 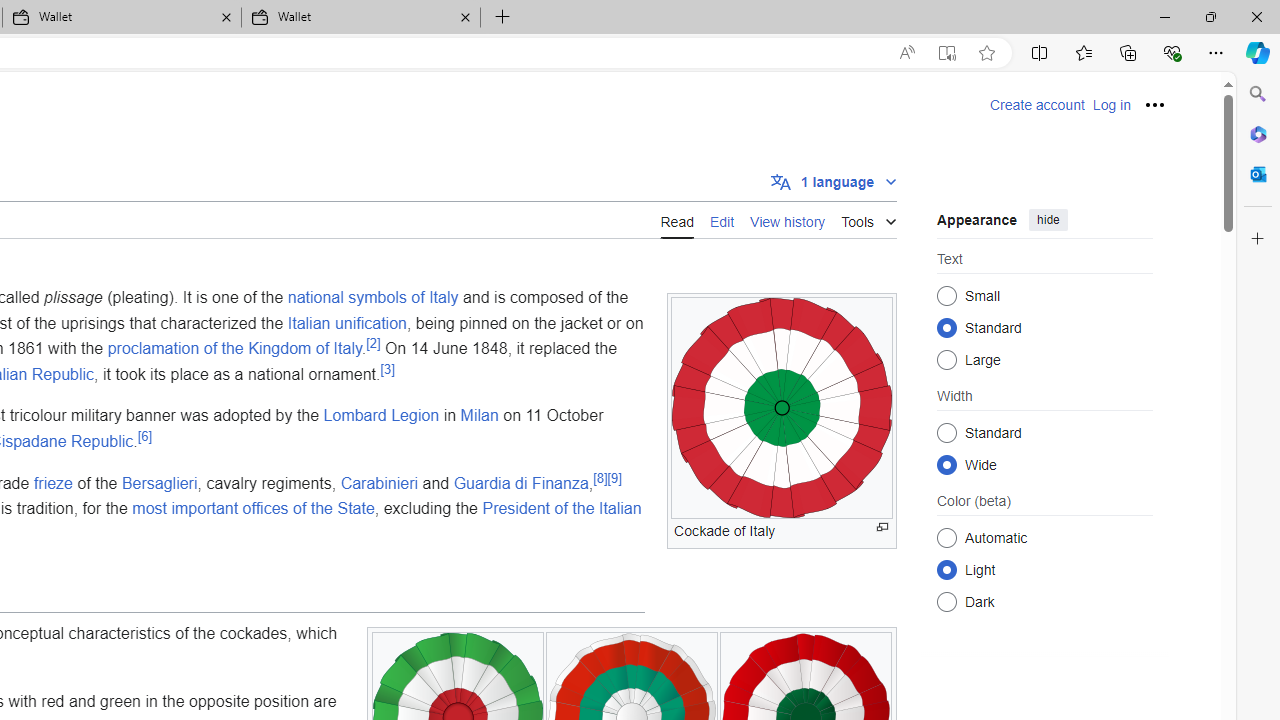 I want to click on '[8]', so click(x=599, y=478).